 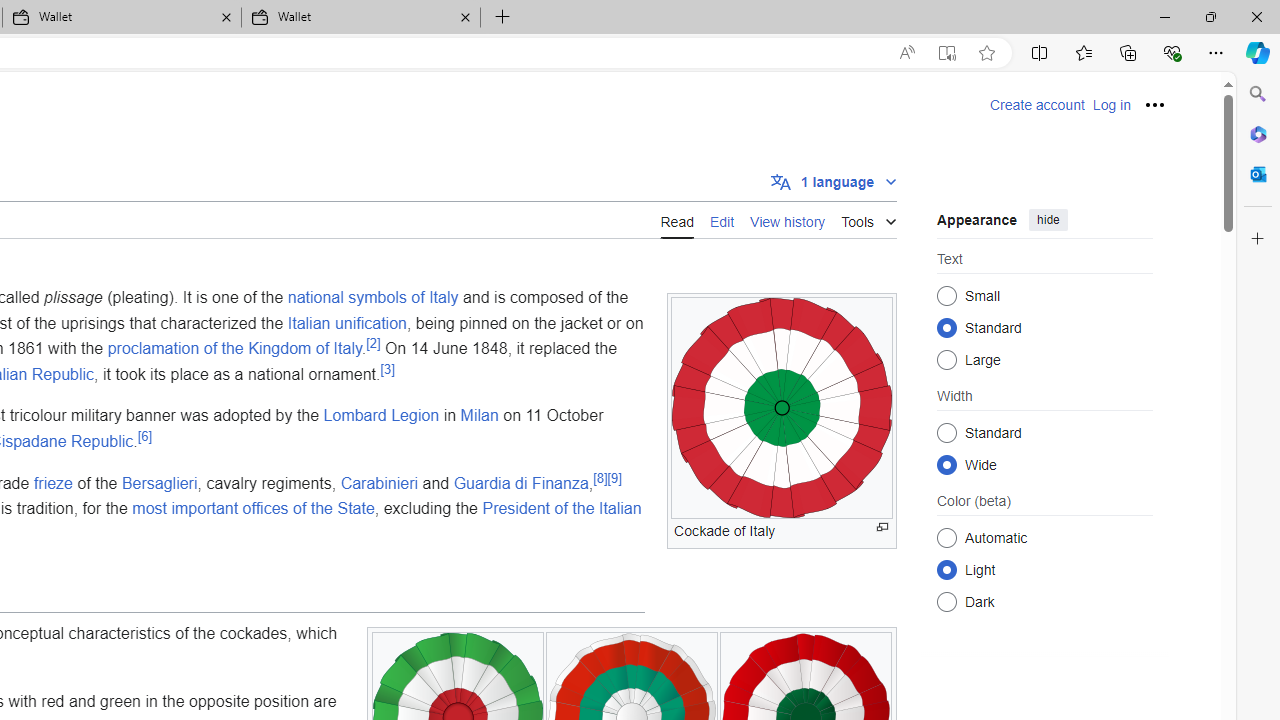 I want to click on '[8]', so click(x=599, y=478).